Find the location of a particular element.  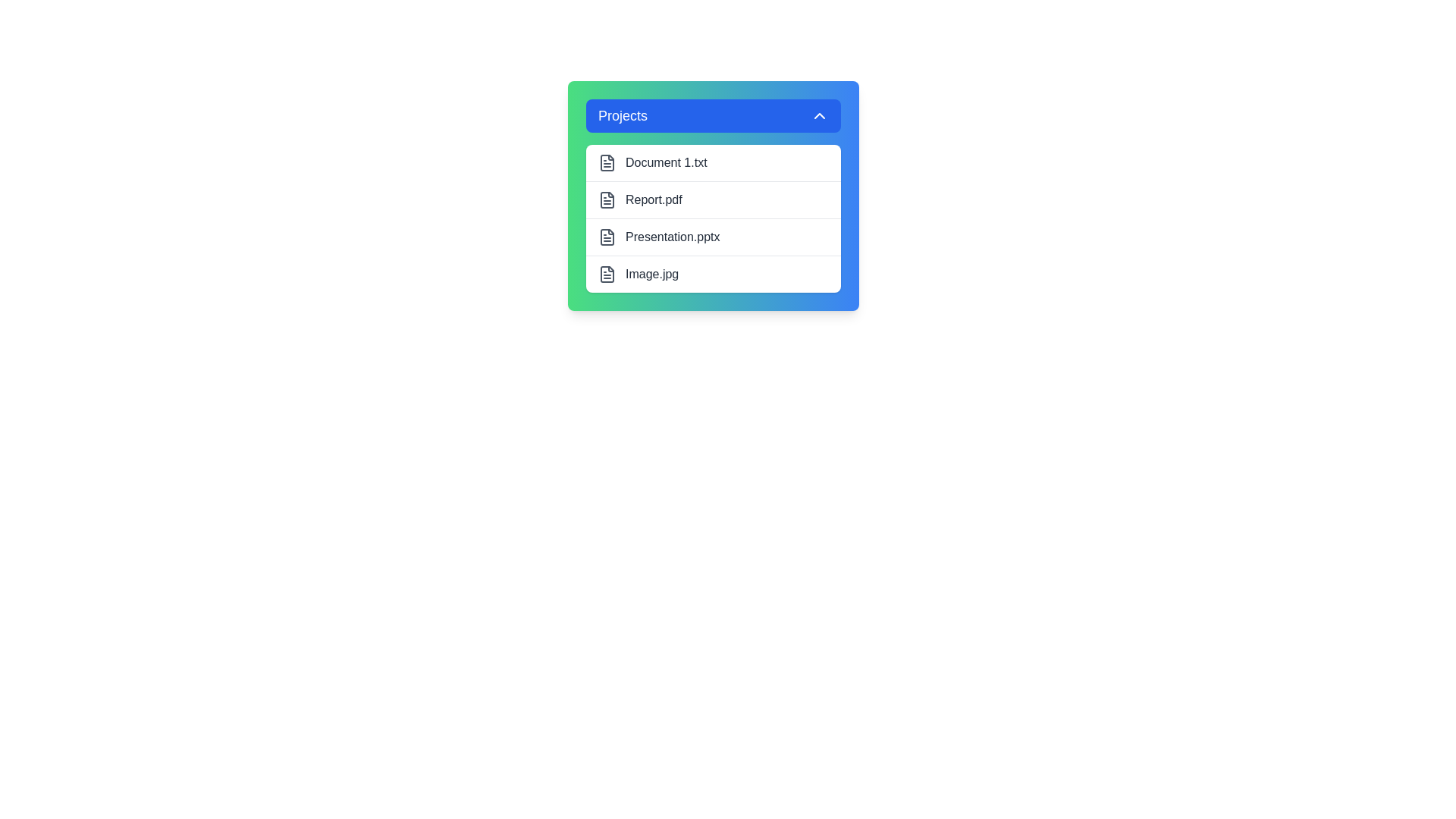

the file Image.jpg from the list is located at coordinates (712, 274).